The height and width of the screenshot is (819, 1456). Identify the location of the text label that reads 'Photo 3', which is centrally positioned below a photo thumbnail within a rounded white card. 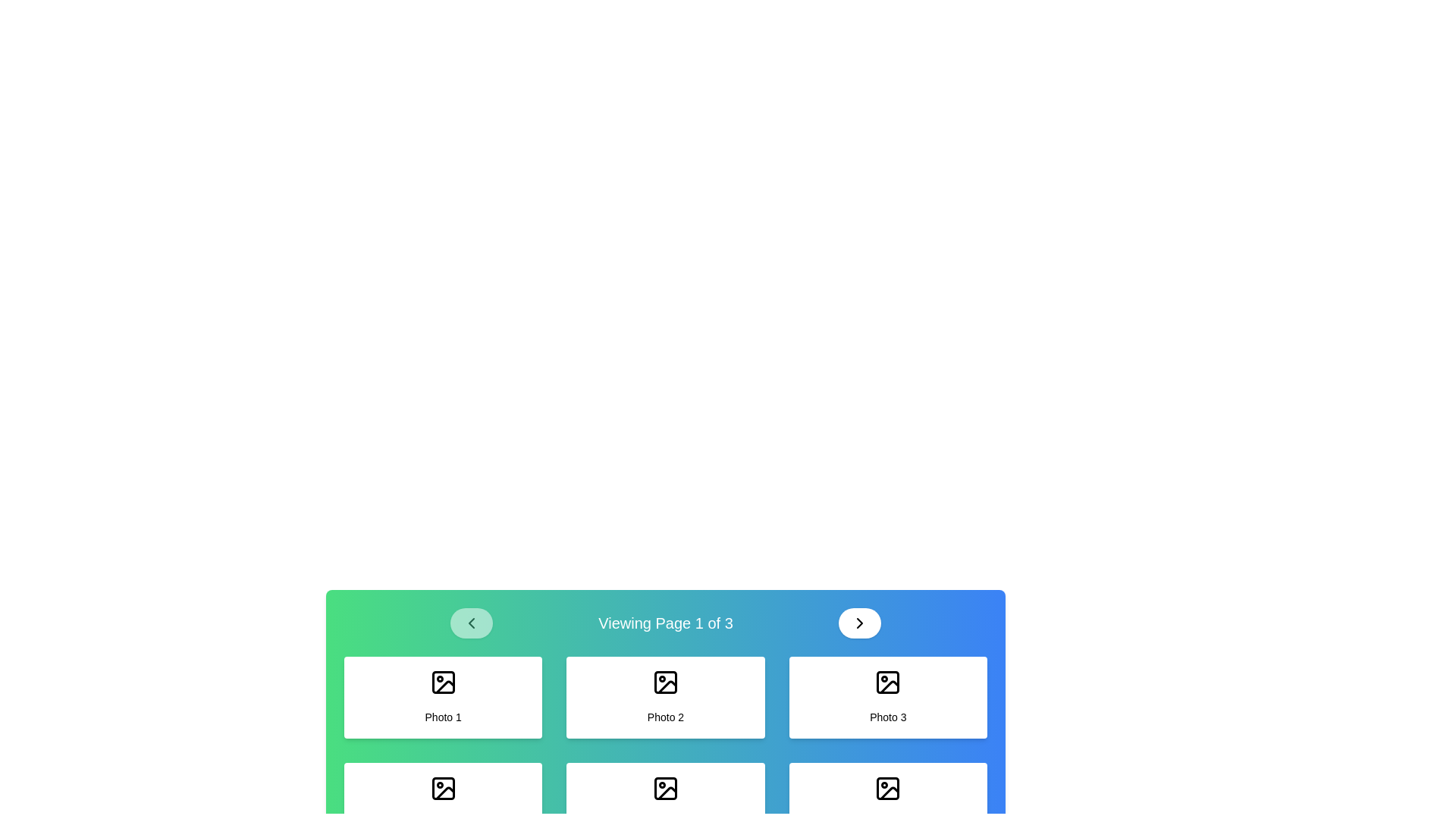
(888, 717).